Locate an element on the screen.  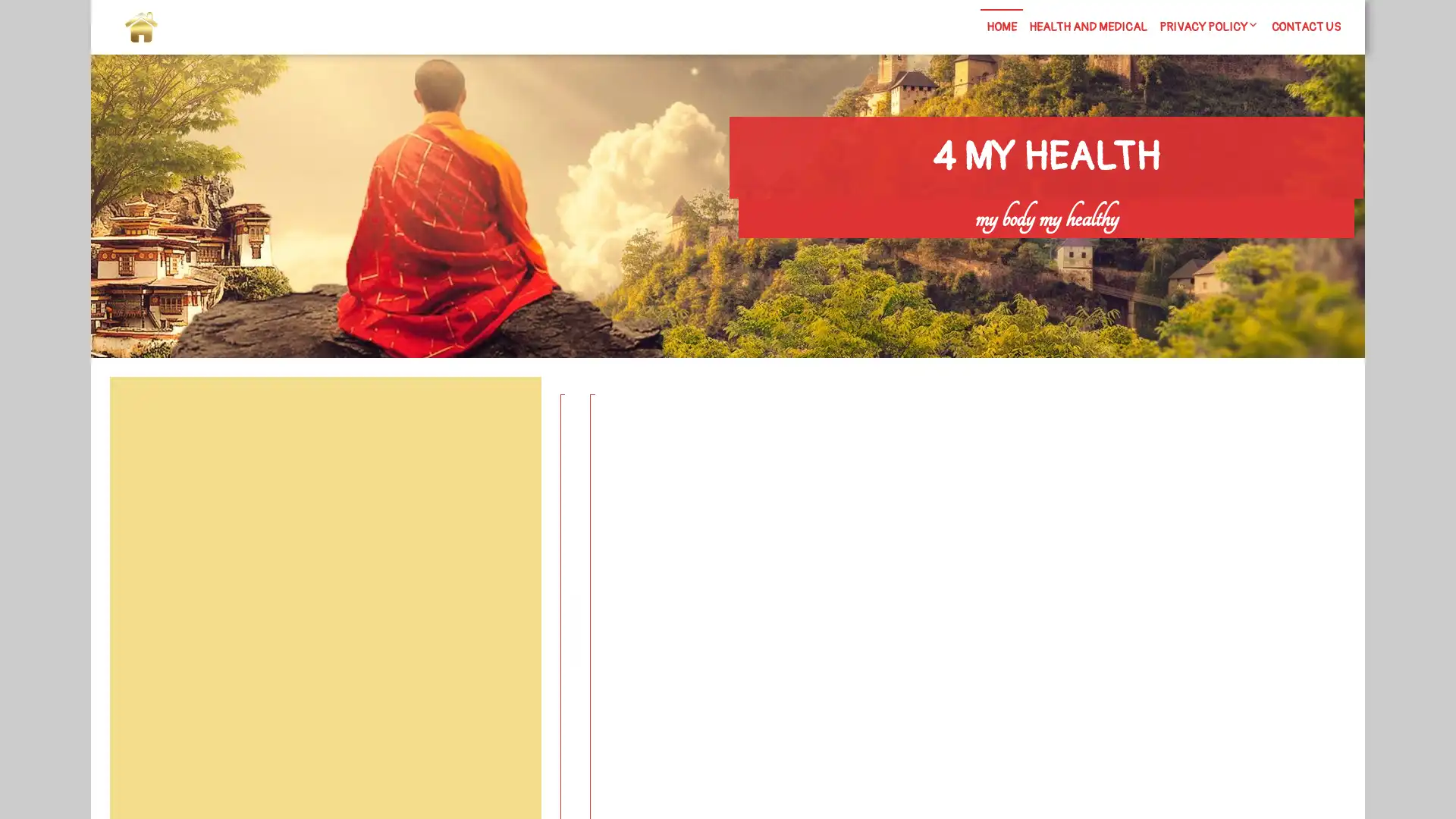
Search is located at coordinates (1181, 248).